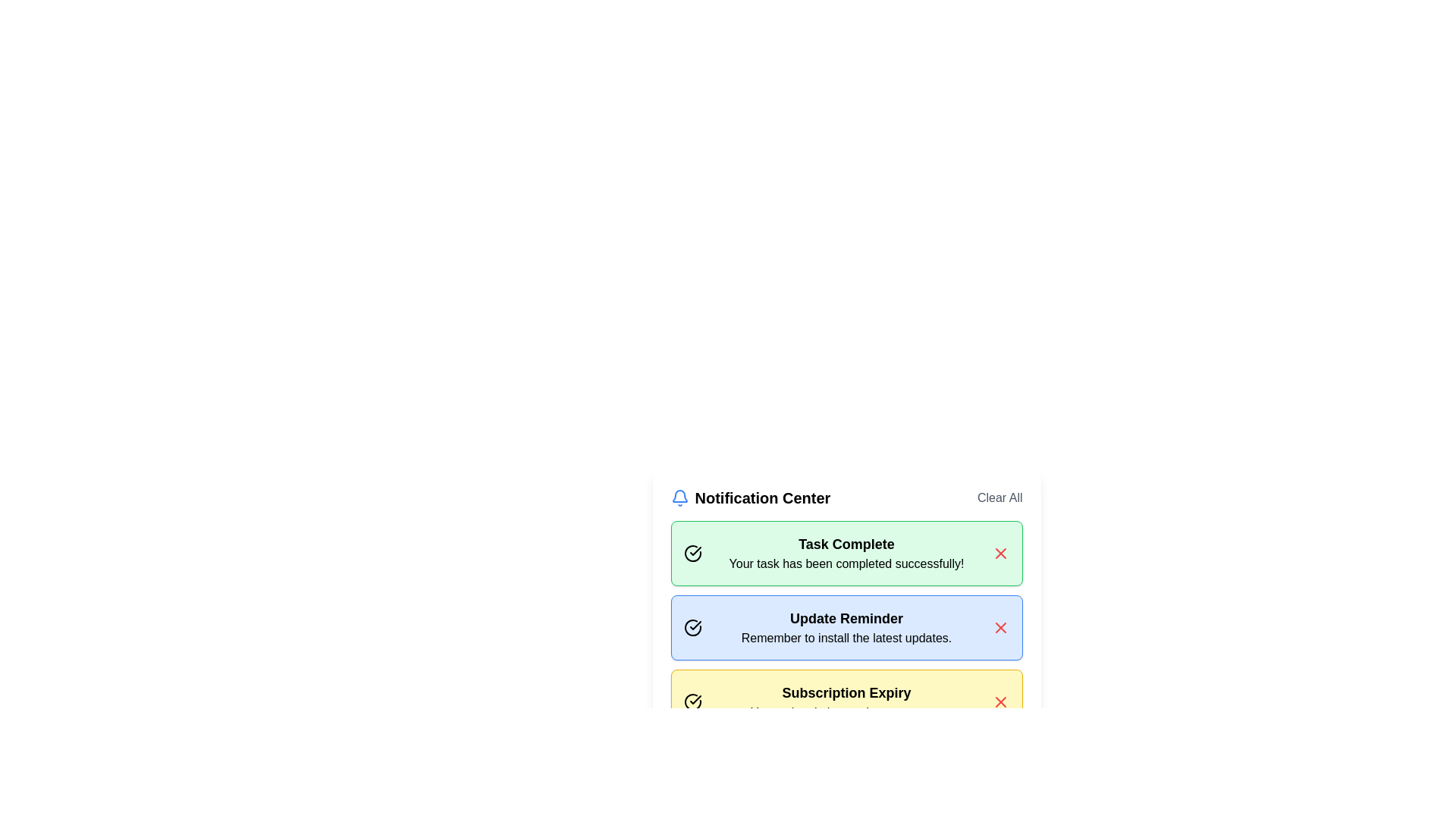 Image resolution: width=1456 pixels, height=819 pixels. I want to click on the close icon located on the right-hand side of the 'Task Complete' notification, so click(1000, 553).